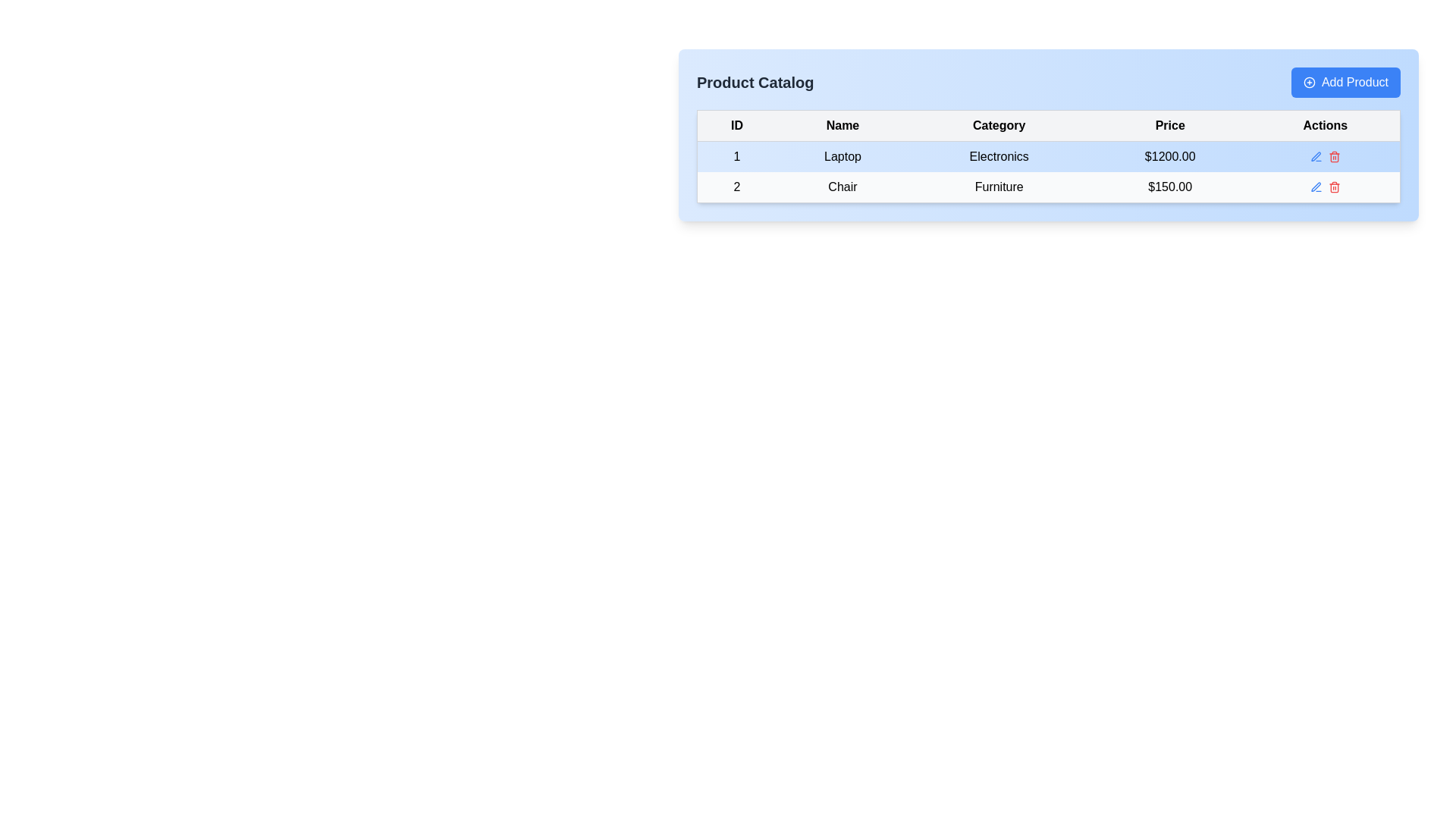 Image resolution: width=1456 pixels, height=819 pixels. I want to click on the first row of the product catalog table, so click(1047, 156).